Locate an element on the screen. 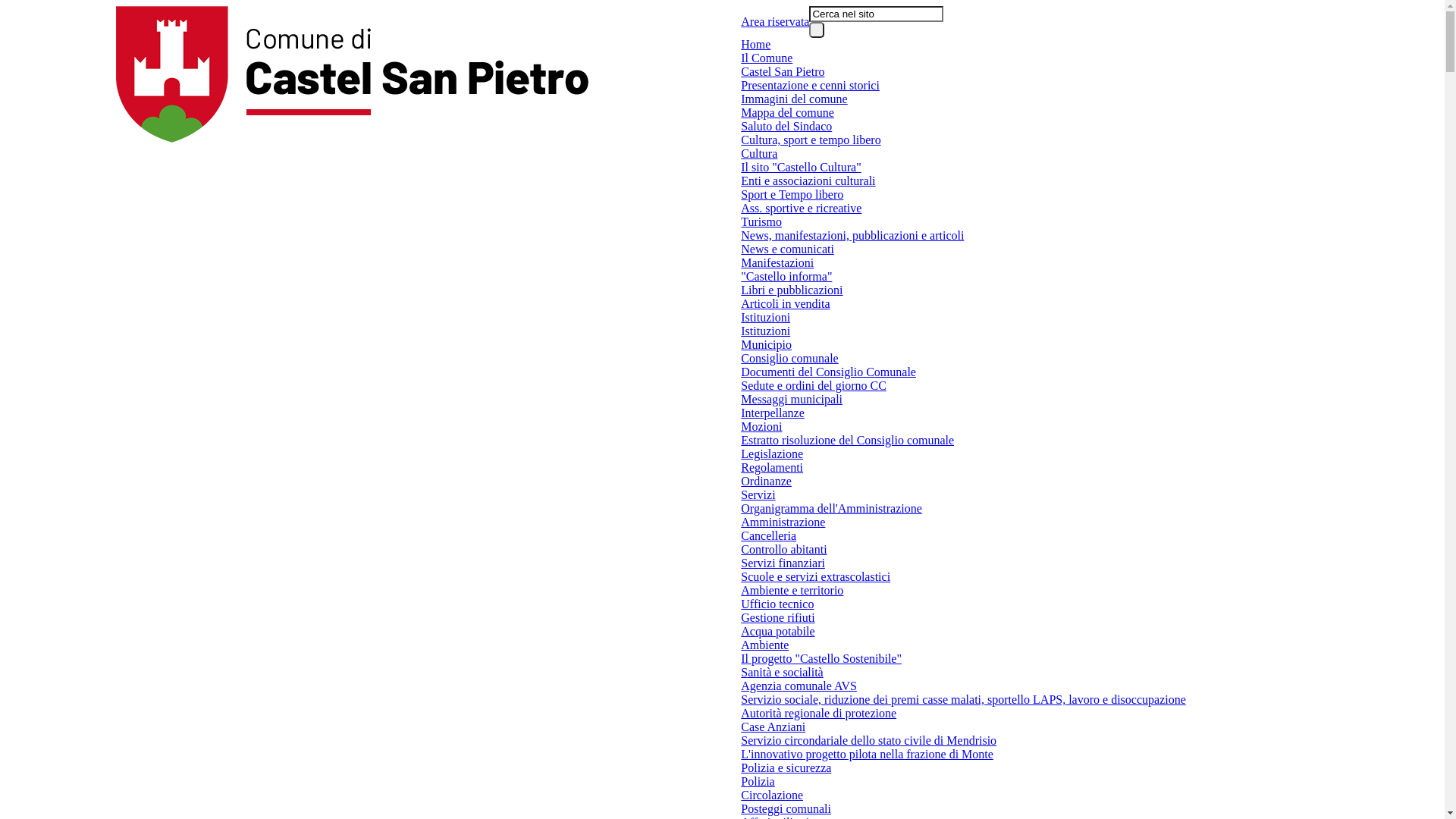 The width and height of the screenshot is (1456, 819). 'Cultura, sport e tempo libero' is located at coordinates (810, 140).